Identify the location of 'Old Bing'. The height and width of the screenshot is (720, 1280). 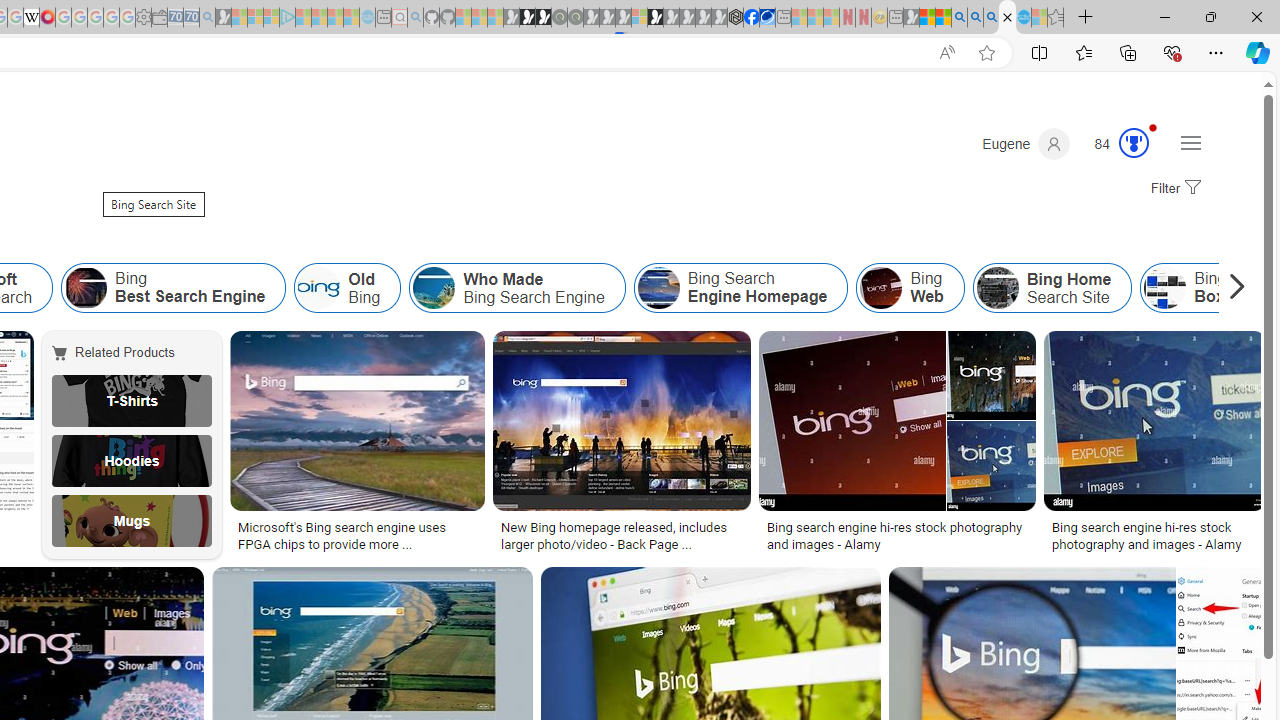
(318, 288).